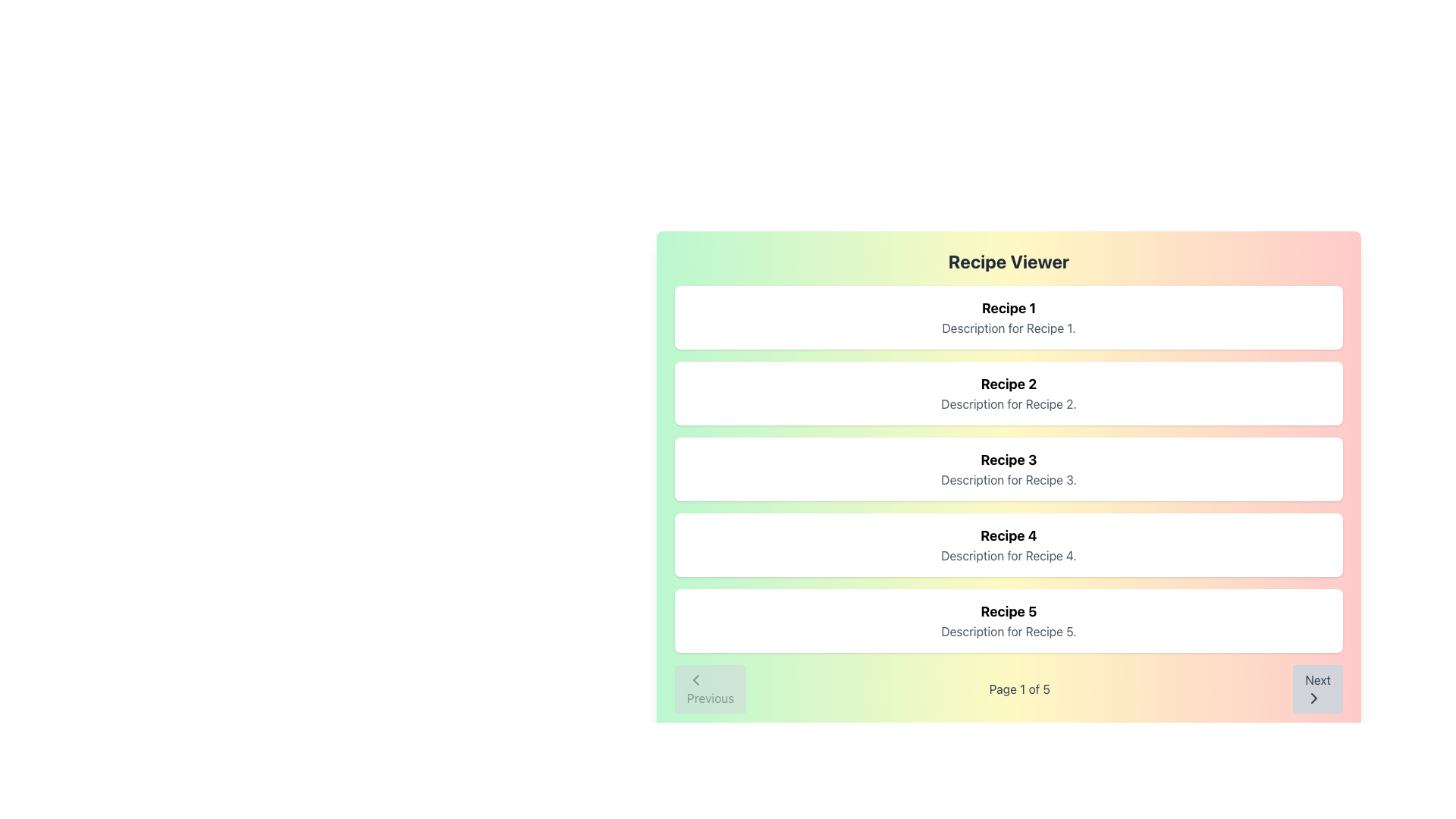  I want to click on the text label displaying 'Recipe 5', which is styled as a bold, large header in the fifth recipe card, so click(1009, 610).